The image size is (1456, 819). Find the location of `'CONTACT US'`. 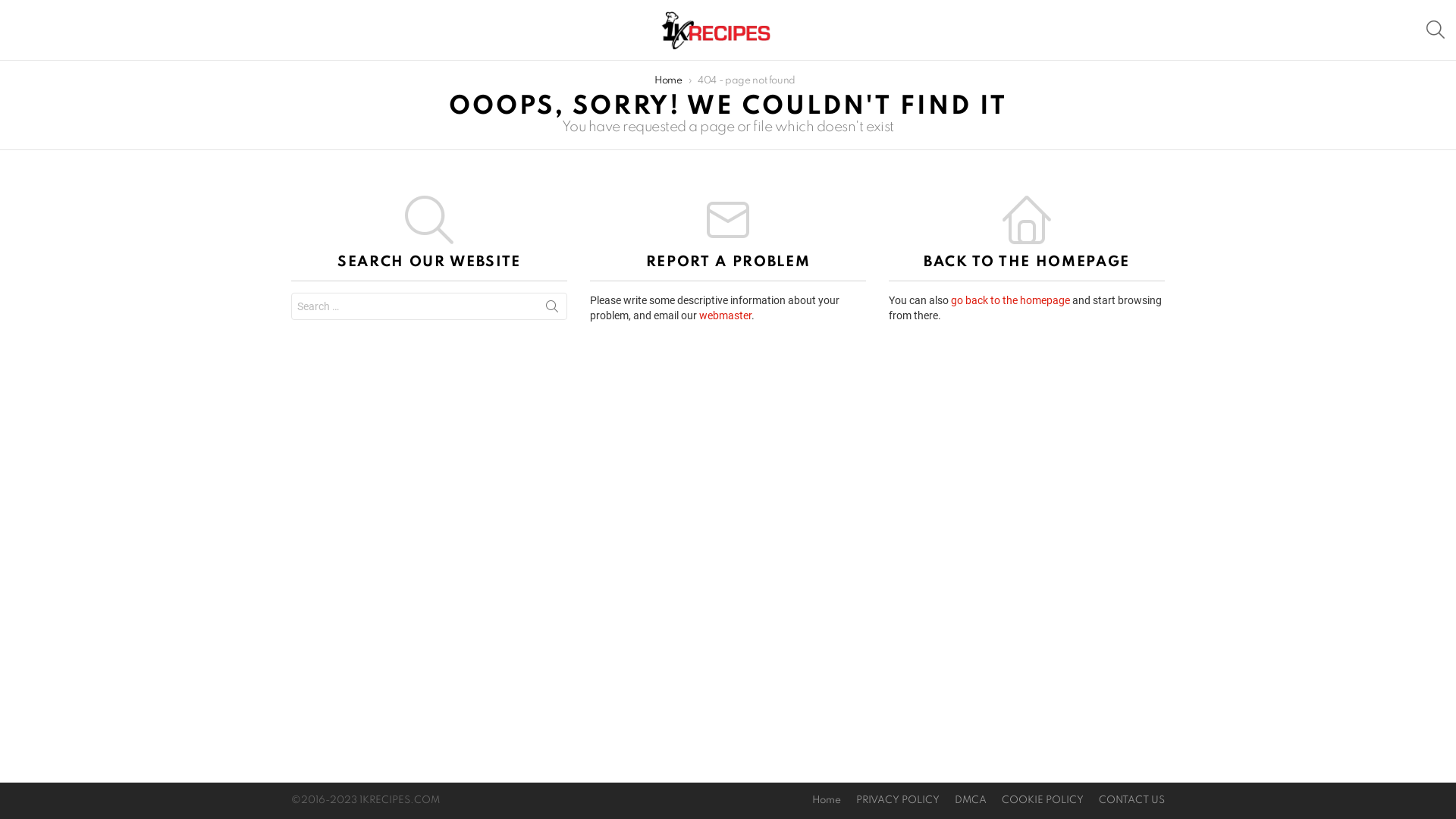

'CONTACT US' is located at coordinates (1131, 799).